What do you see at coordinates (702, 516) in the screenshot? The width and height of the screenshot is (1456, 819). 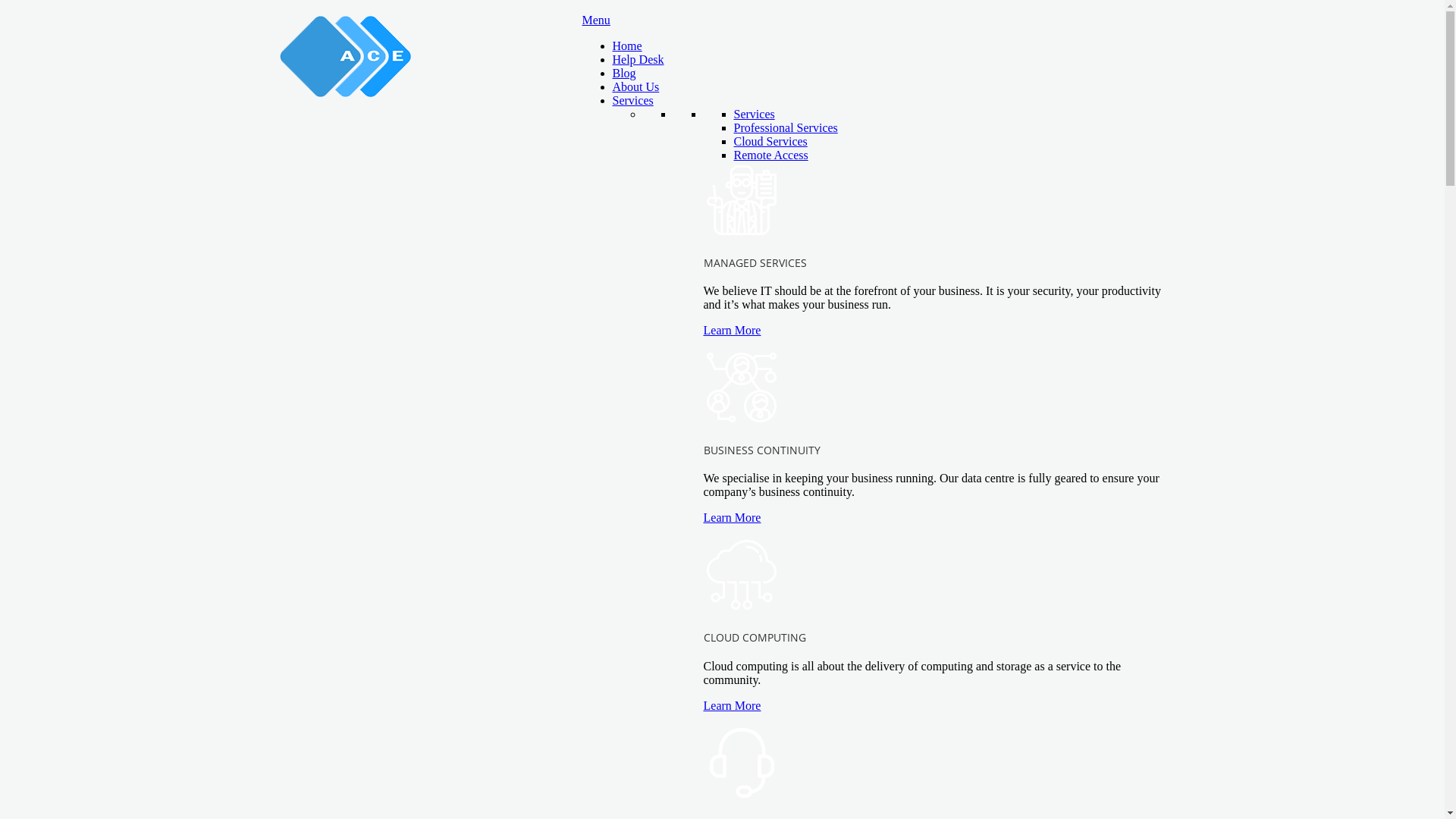 I see `'Learn More'` at bounding box center [702, 516].